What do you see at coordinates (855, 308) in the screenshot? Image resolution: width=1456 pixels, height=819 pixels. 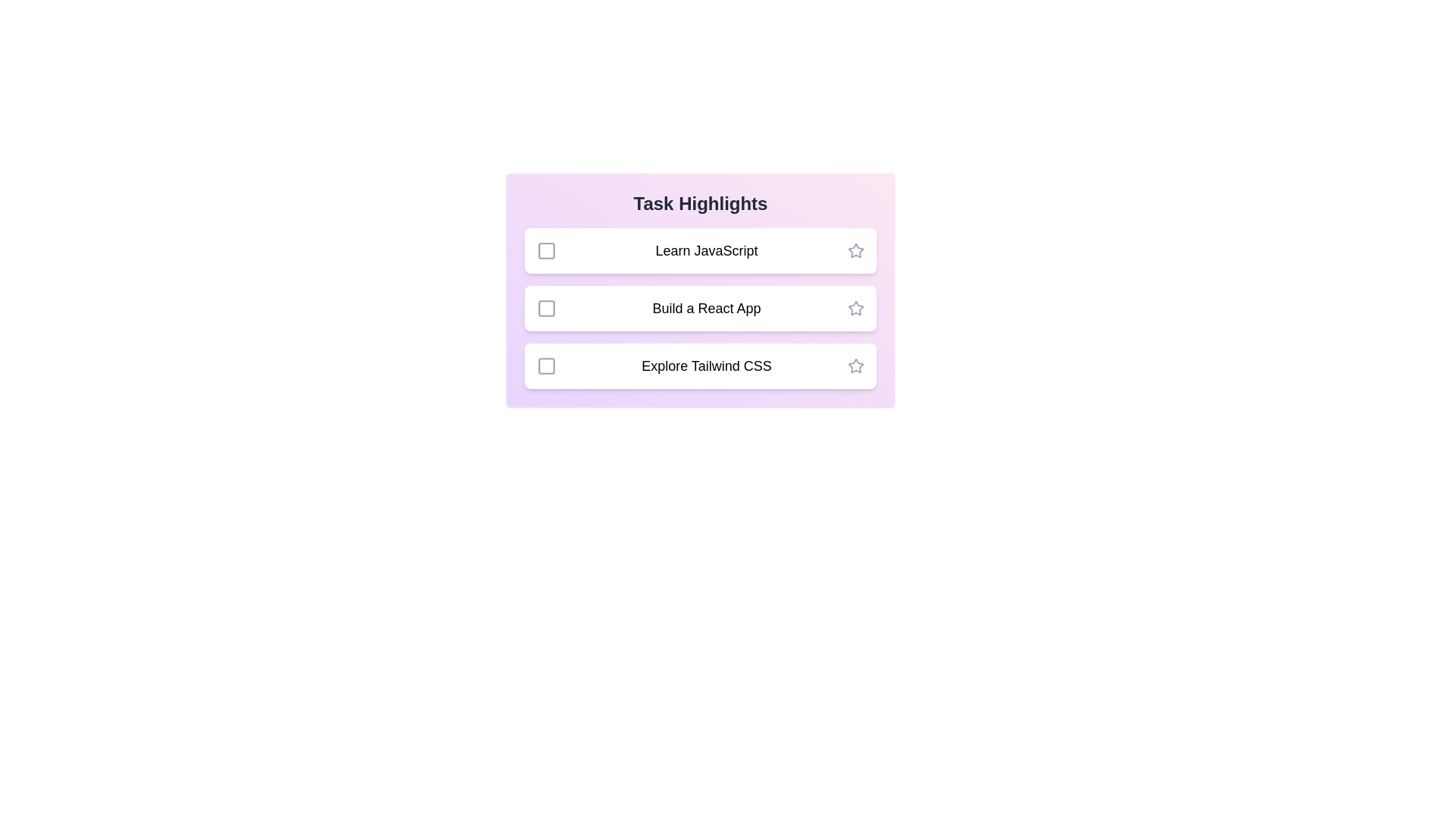 I see `the star icon of the task 'Build a React App' to mark it as important` at bounding box center [855, 308].